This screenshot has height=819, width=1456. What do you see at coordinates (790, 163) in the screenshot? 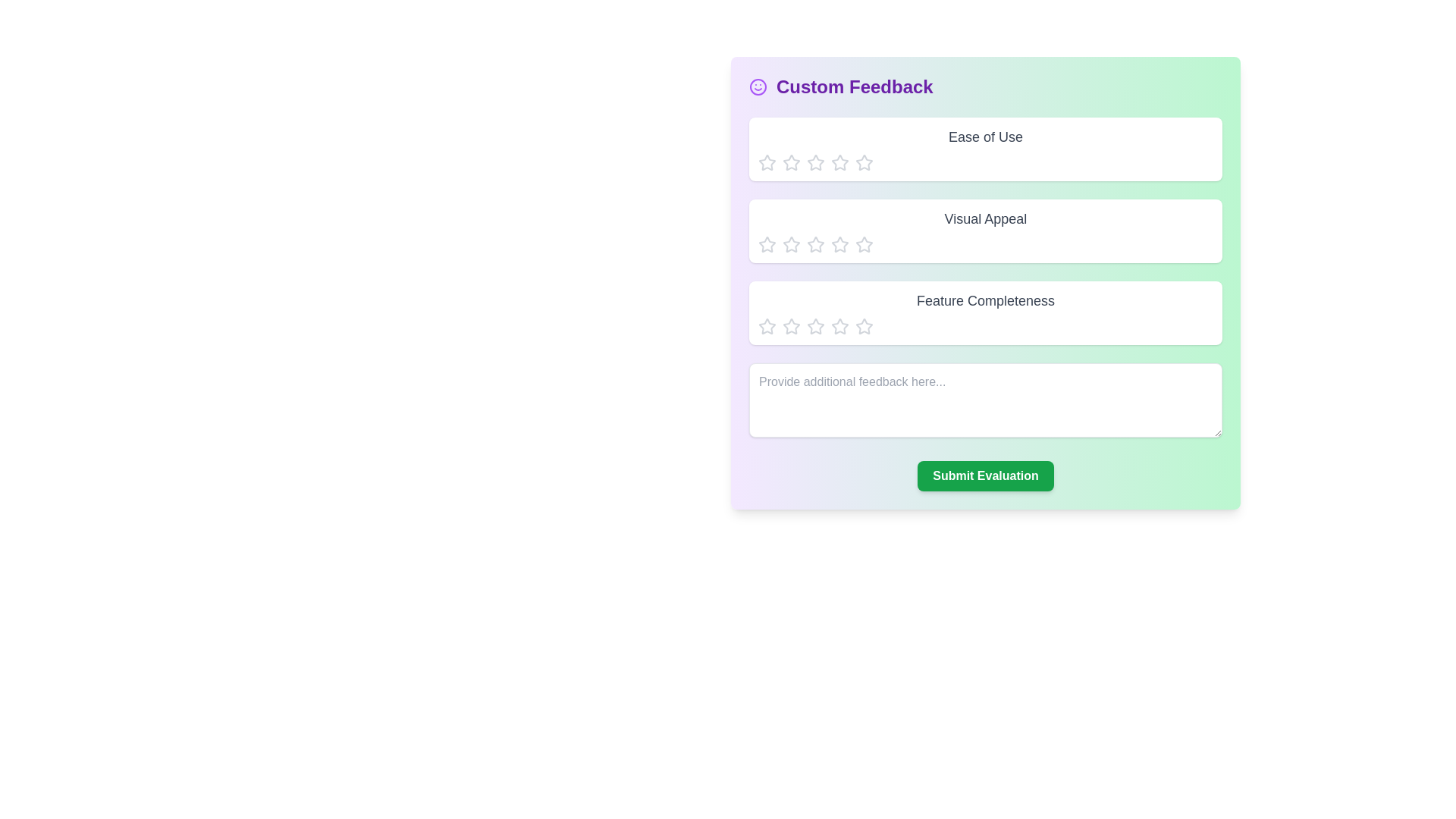
I see `the element Ease of Use Star 2 to observe its hover effect` at bounding box center [790, 163].